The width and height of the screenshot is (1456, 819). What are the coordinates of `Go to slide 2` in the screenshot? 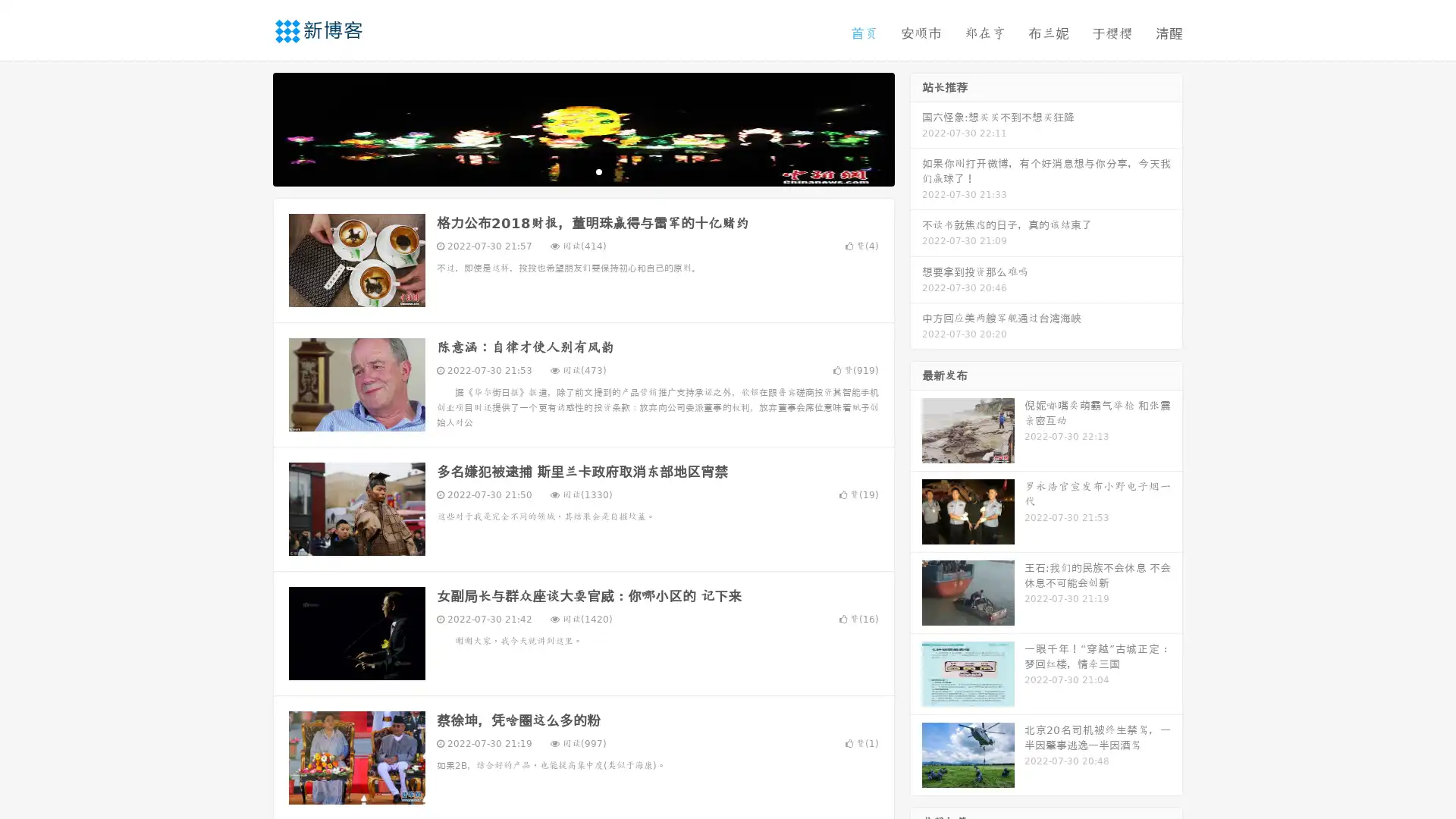 It's located at (582, 171).